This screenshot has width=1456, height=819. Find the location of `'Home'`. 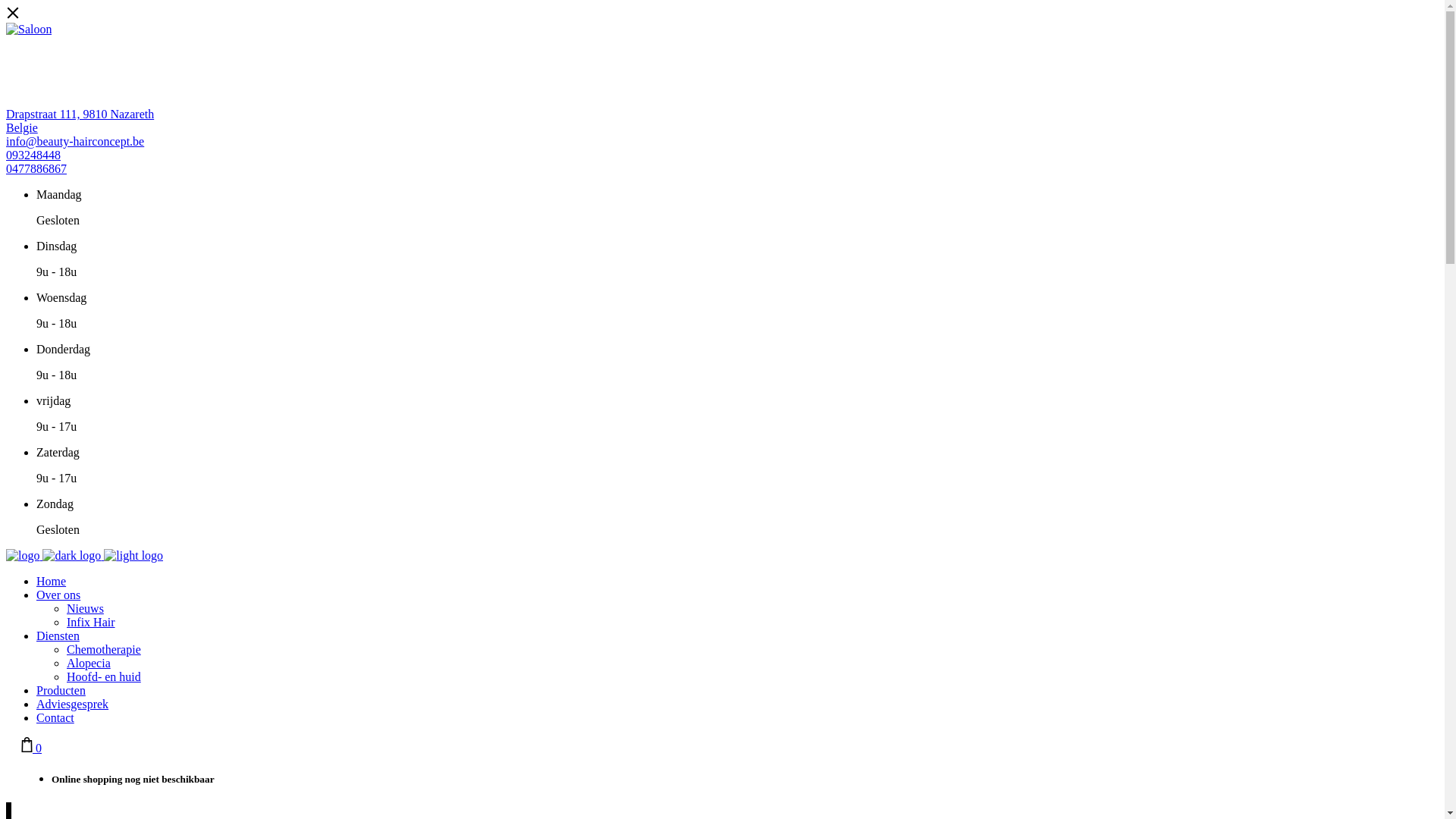

'Home' is located at coordinates (51, 580).